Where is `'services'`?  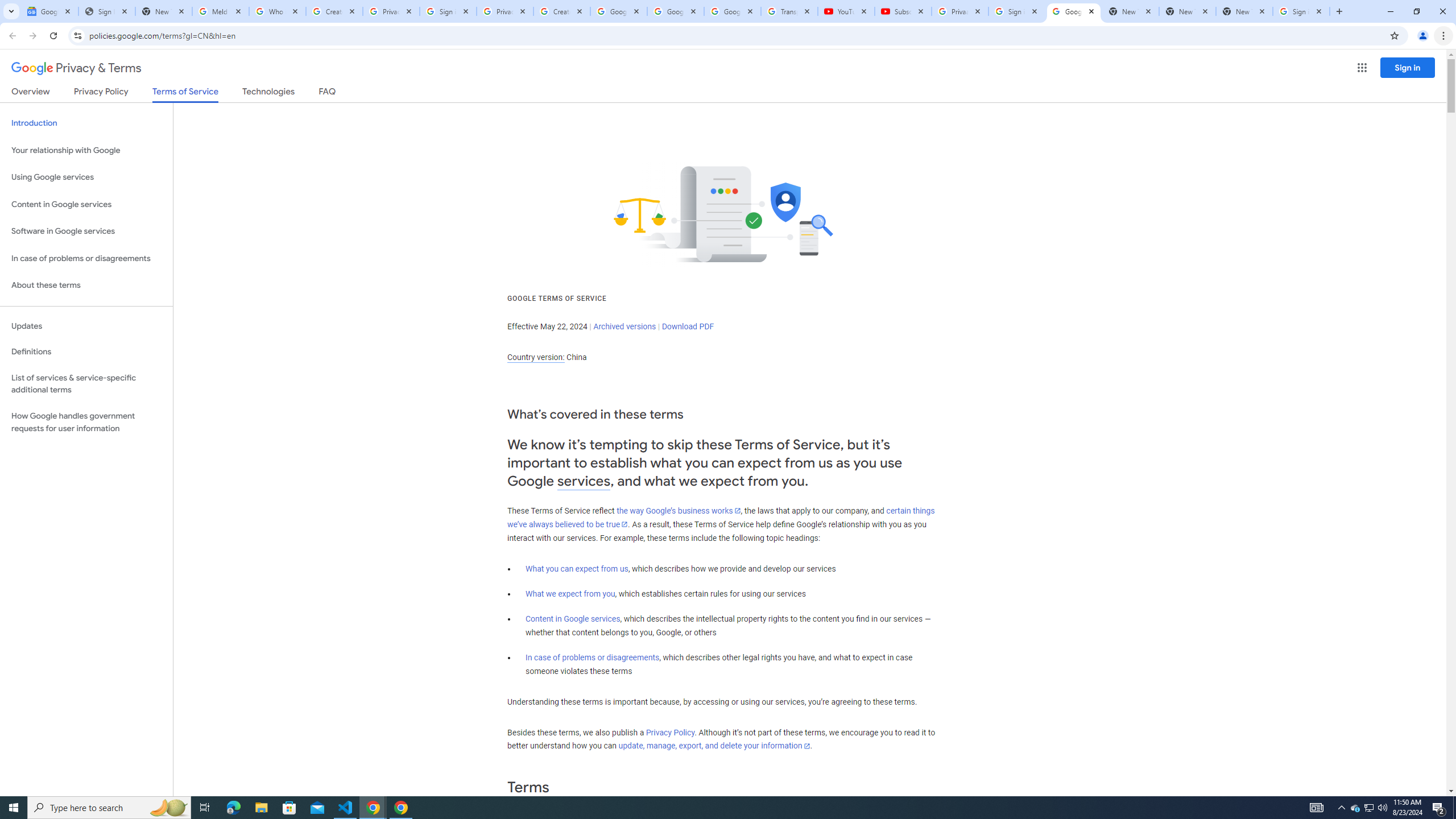
'services' is located at coordinates (584, 481).